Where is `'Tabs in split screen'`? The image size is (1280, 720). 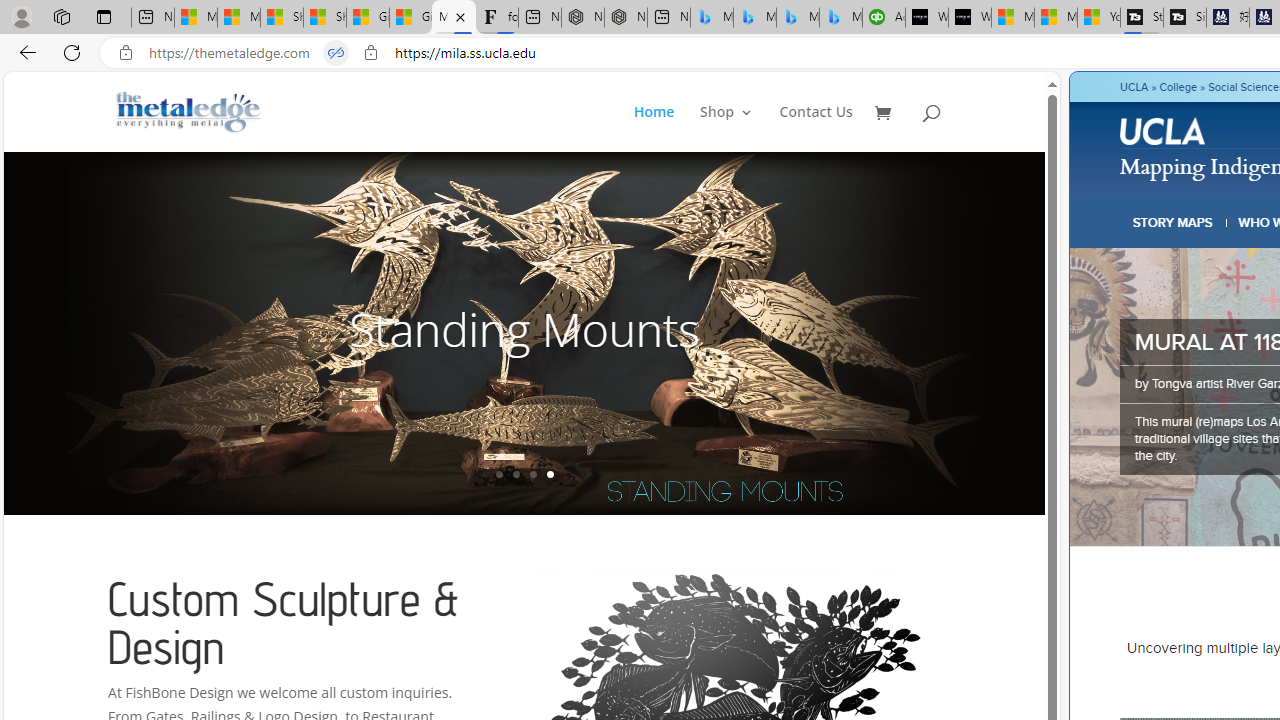 'Tabs in split screen' is located at coordinates (336, 52).